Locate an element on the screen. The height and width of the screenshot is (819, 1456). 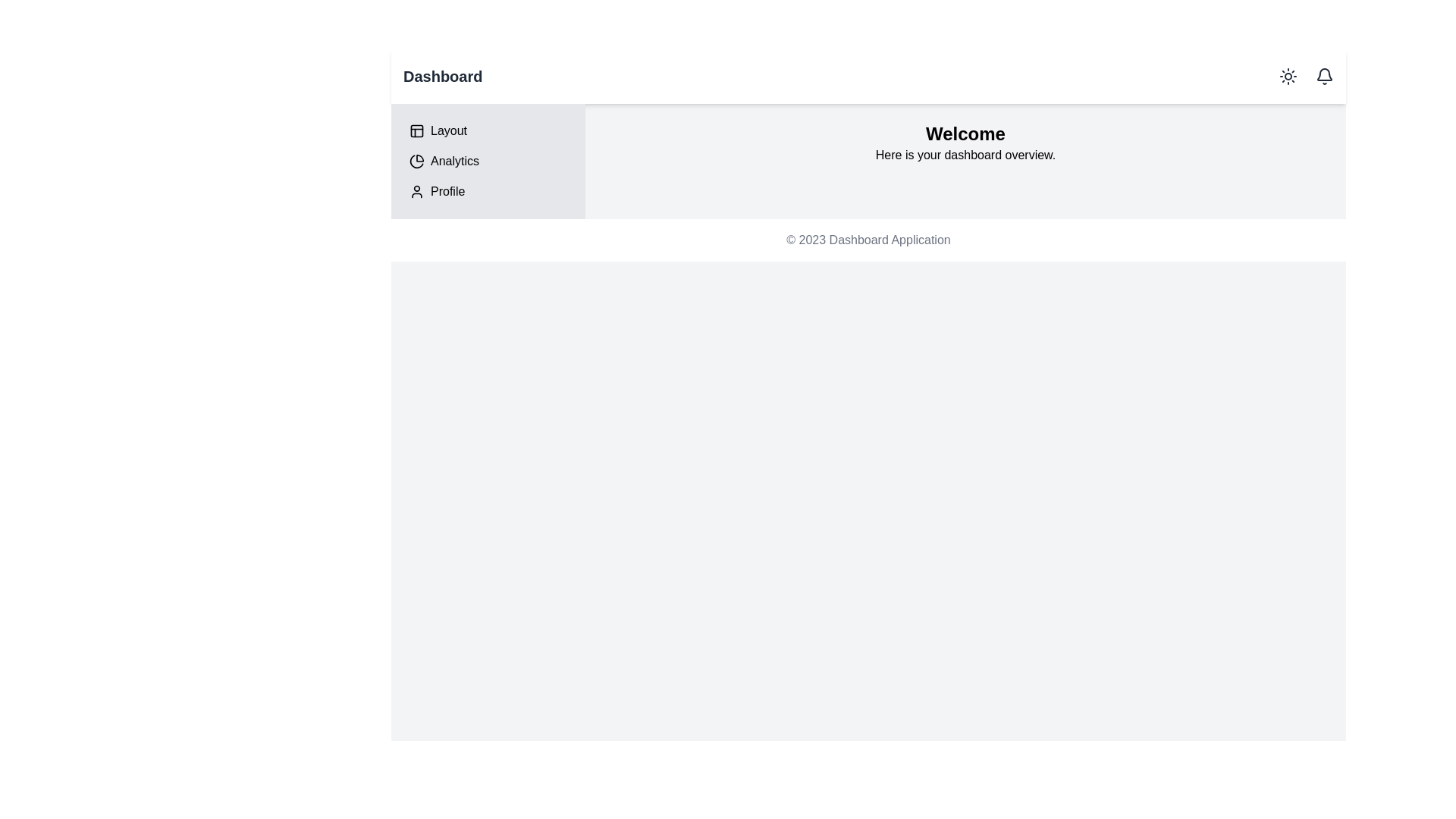
the circular pie chart-like icon located in the vertical navigation panel, which is part of the 'Analytics' menu item is located at coordinates (417, 161).